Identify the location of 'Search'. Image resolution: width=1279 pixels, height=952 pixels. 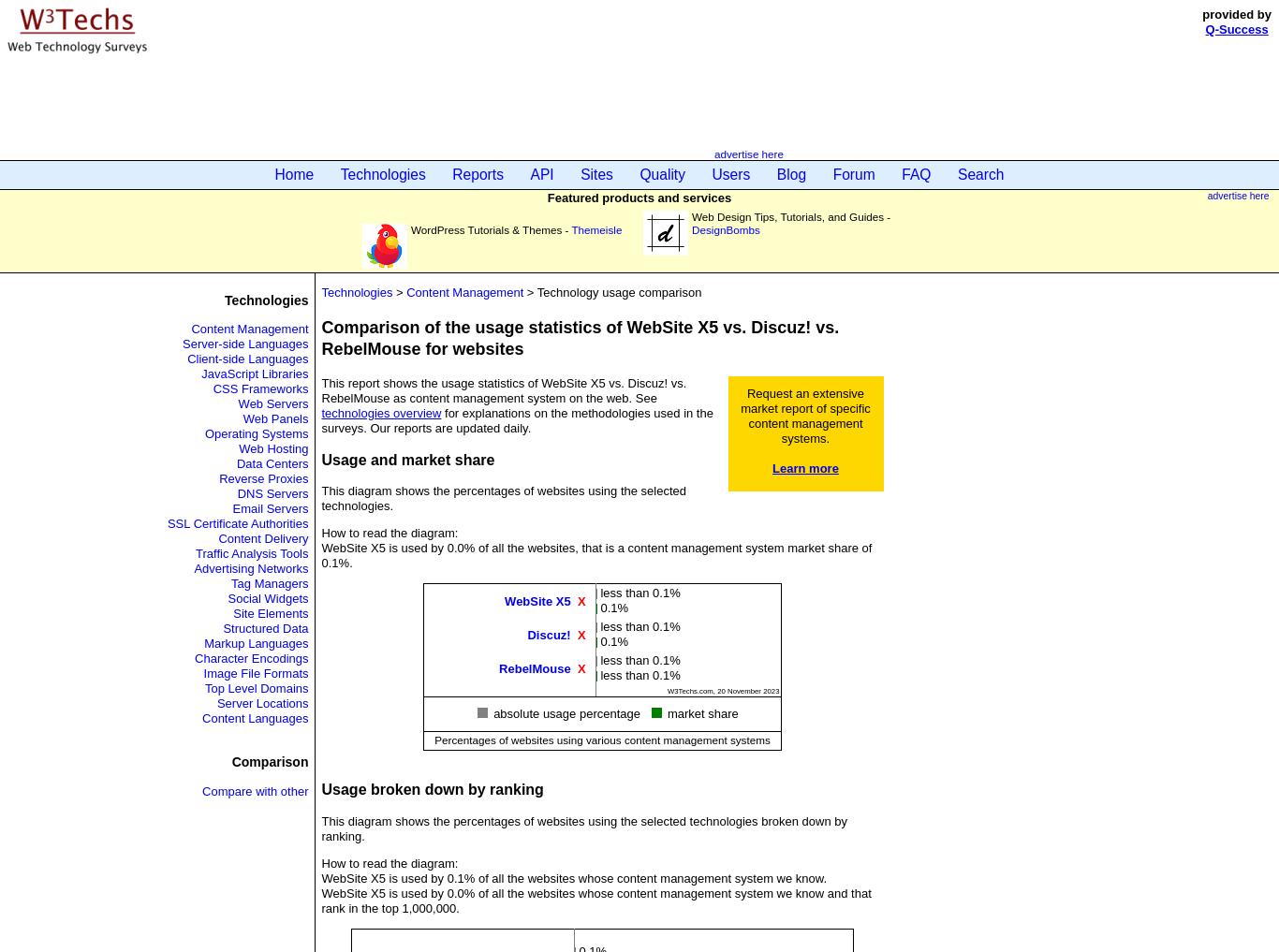
(979, 174).